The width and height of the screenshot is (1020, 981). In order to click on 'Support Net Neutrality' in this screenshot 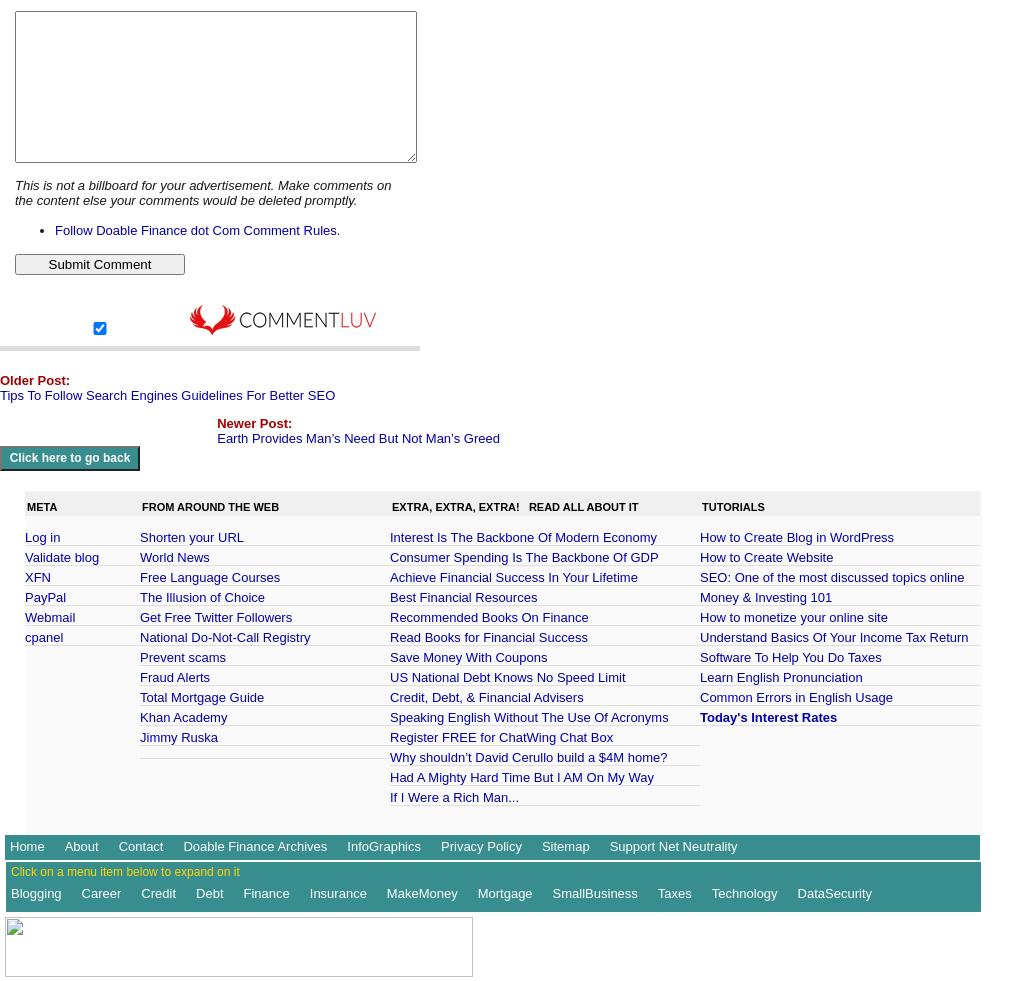, I will do `click(672, 845)`.